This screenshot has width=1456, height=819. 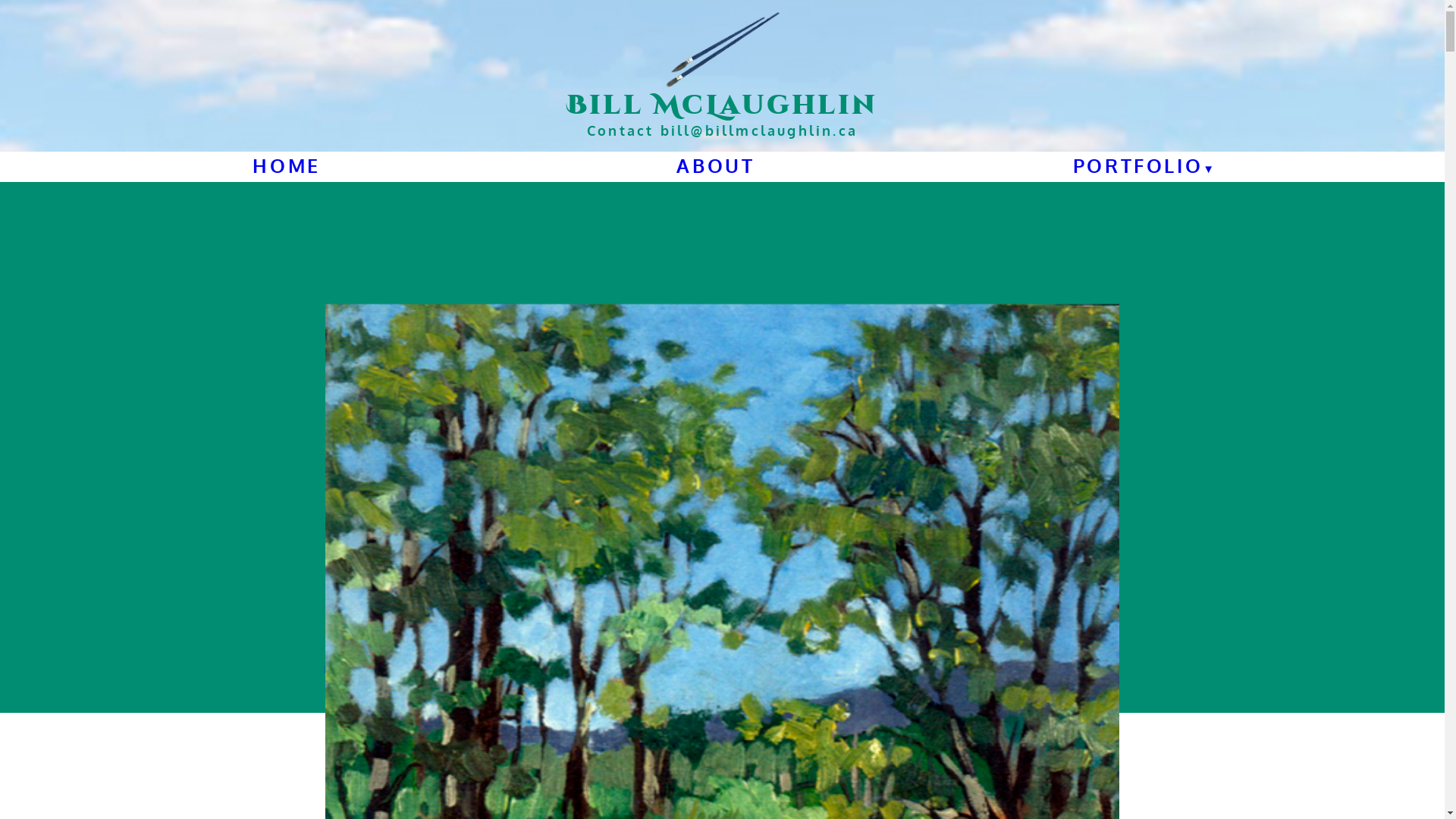 I want to click on 'bill@billmclaughlin.ca', so click(x=759, y=130).